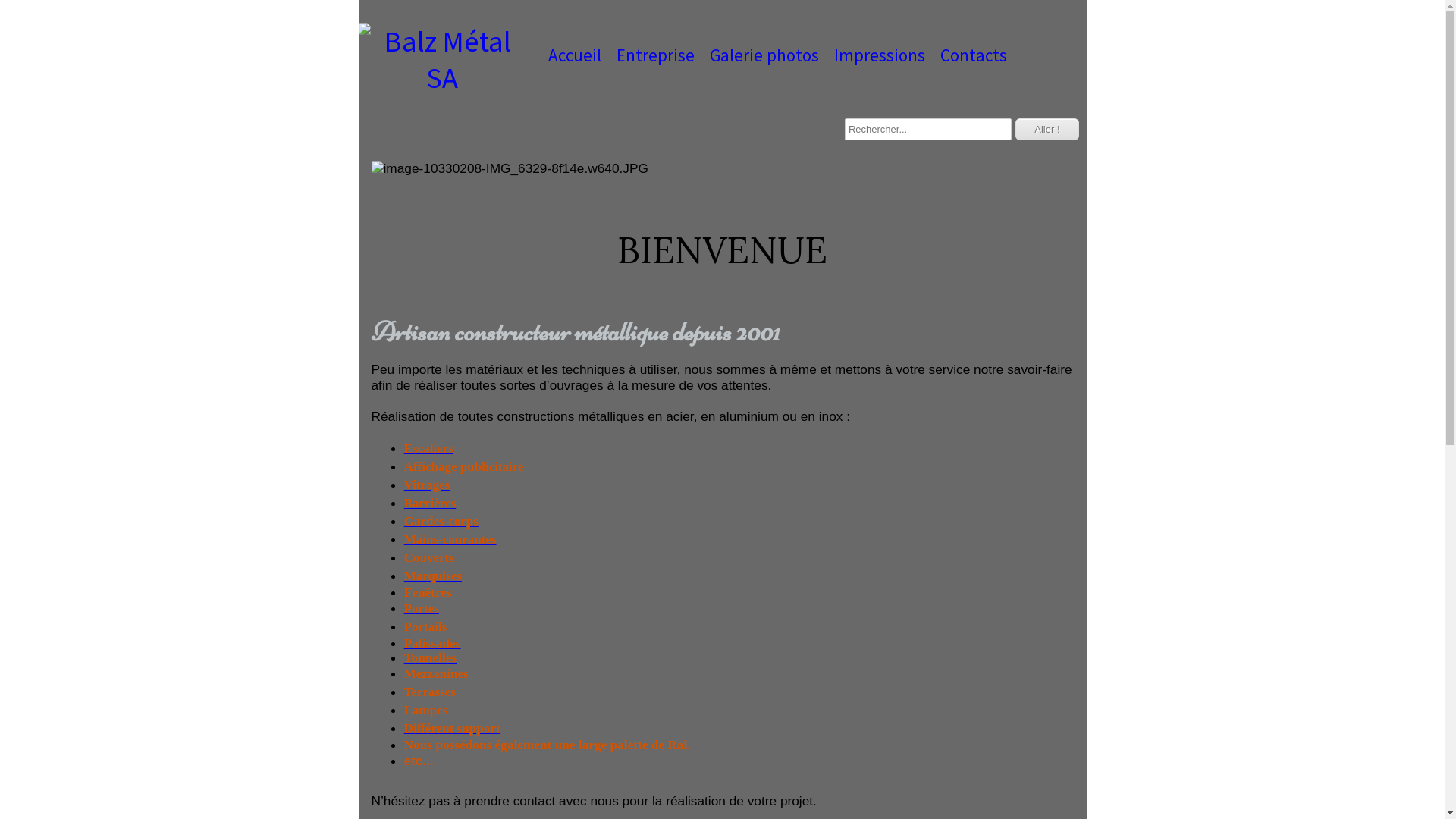 The image size is (1456, 819). I want to click on 'Galerie photos', so click(764, 55).